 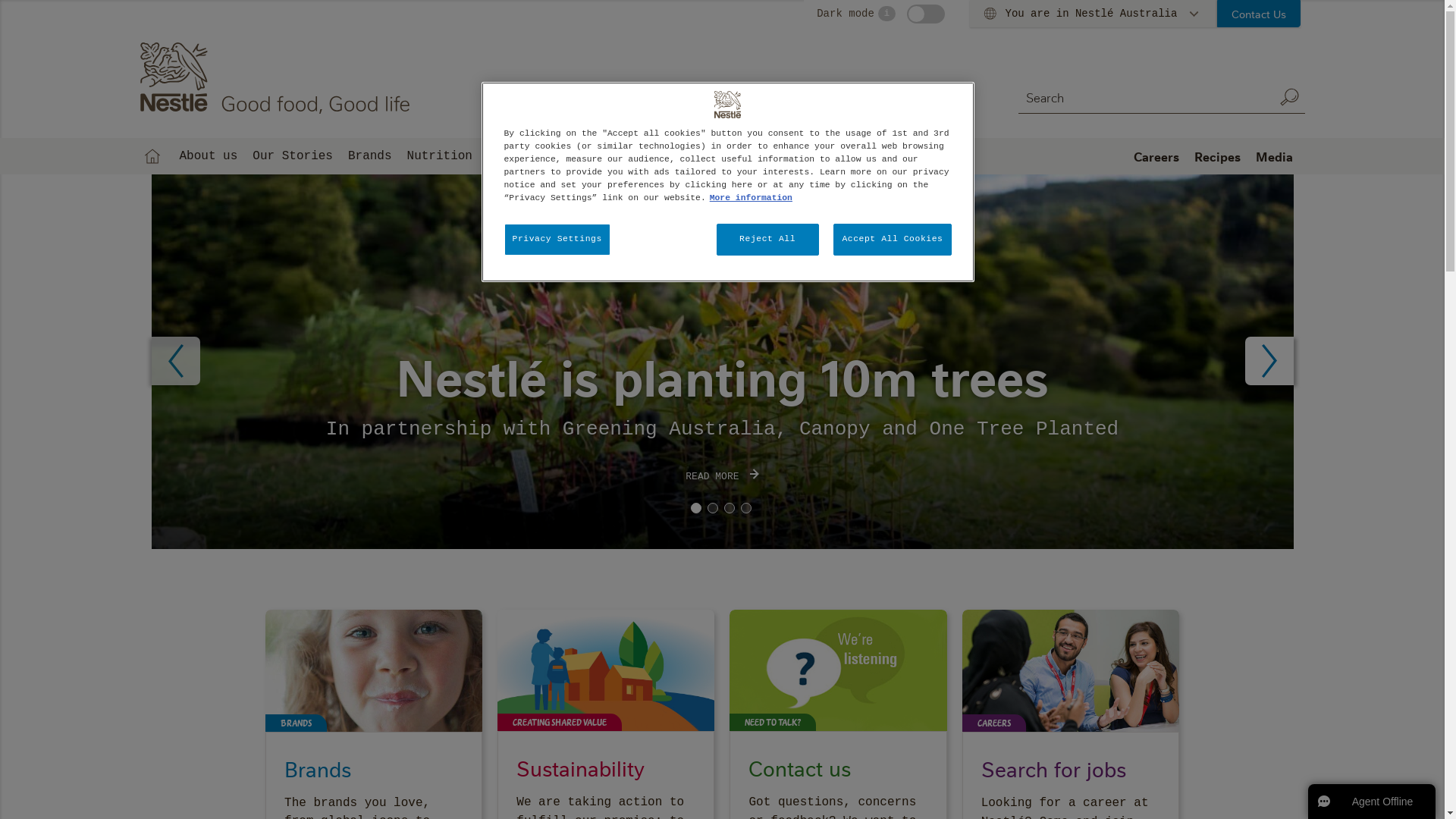 I want to click on '3', so click(x=728, y=508).